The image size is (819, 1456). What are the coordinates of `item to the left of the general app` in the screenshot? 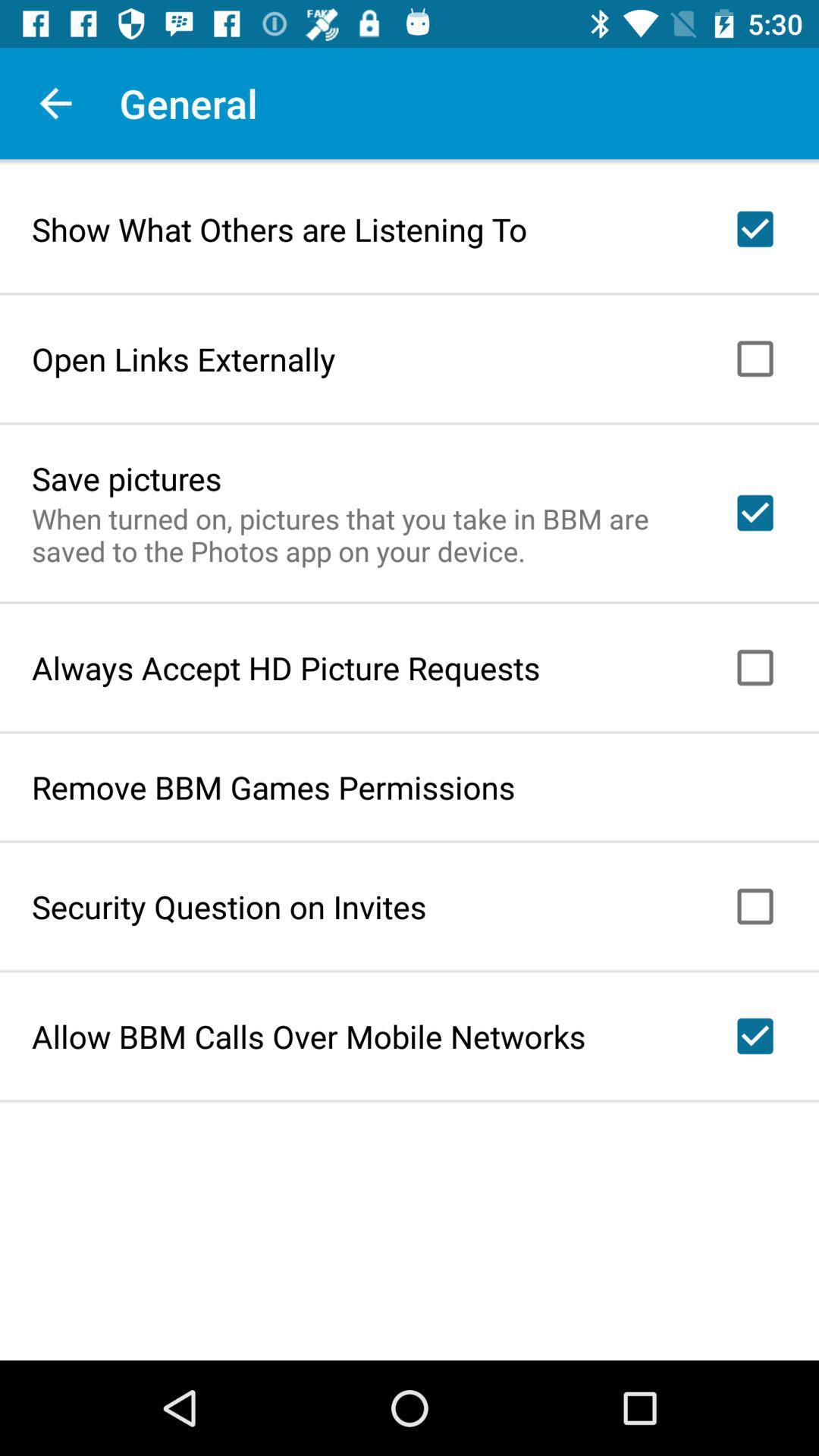 It's located at (55, 102).